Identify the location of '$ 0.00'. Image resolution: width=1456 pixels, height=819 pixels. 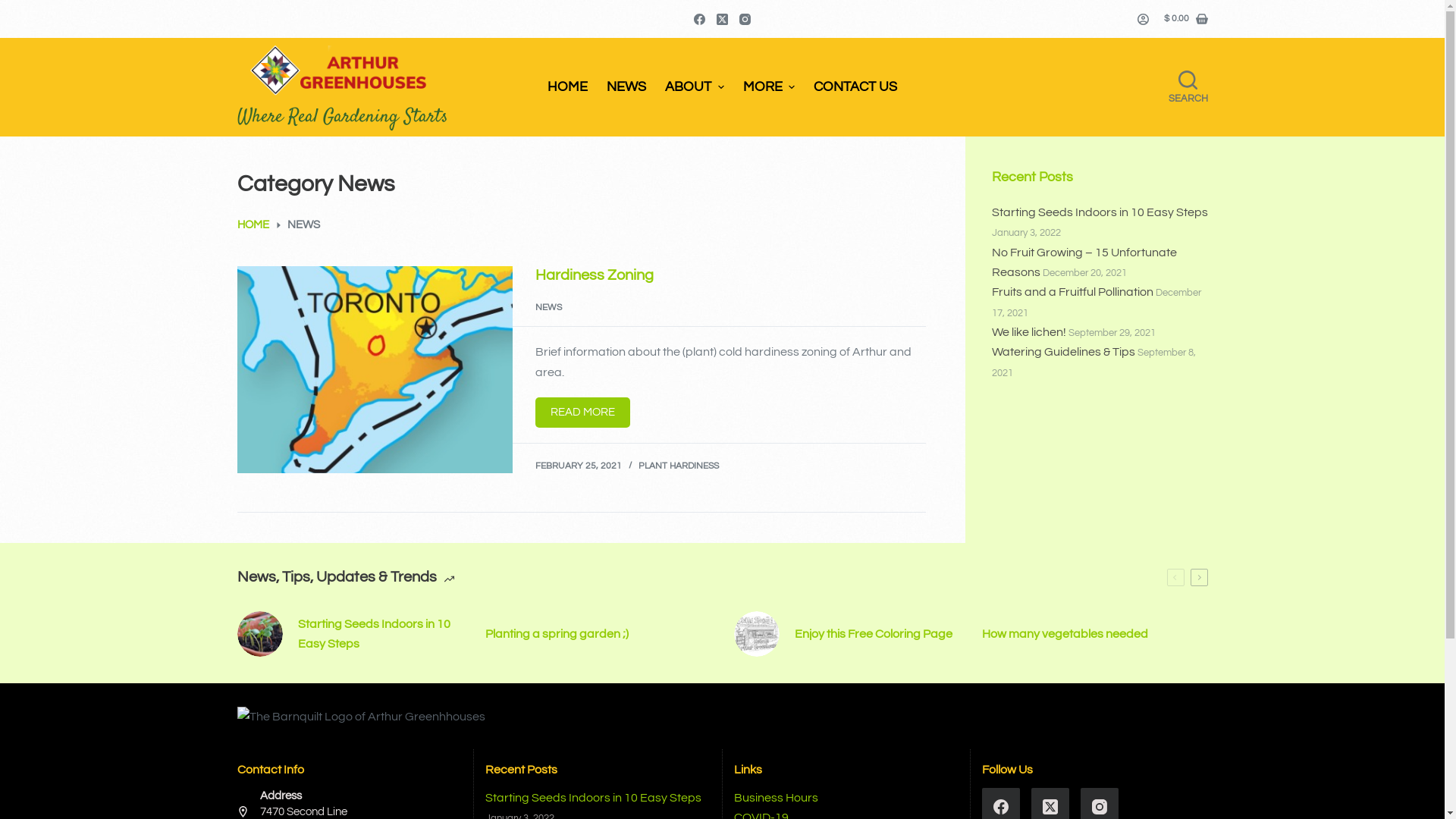
(1185, 18).